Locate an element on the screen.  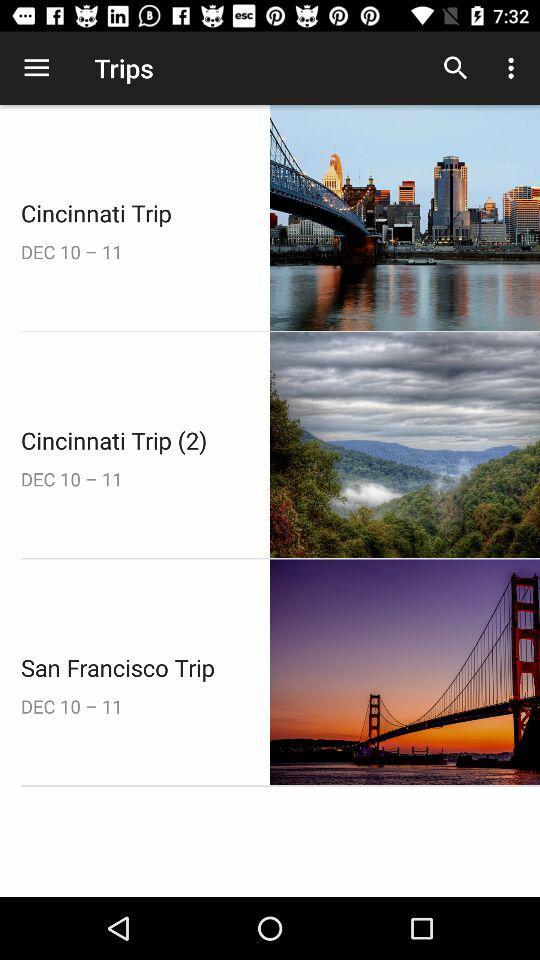
the item to the left of trips item is located at coordinates (36, 68).